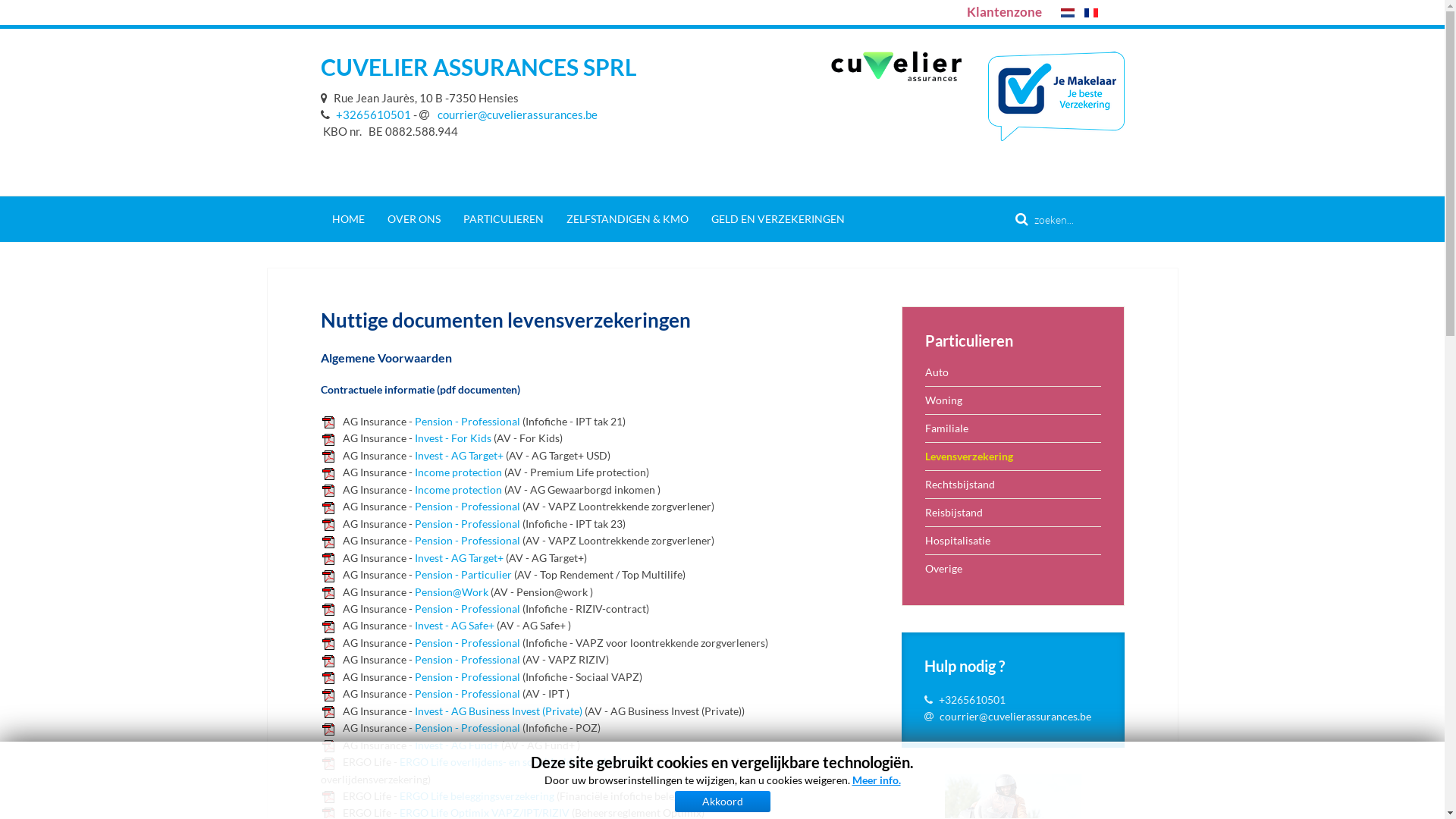  I want to click on 'Pension - Professional', so click(414, 726).